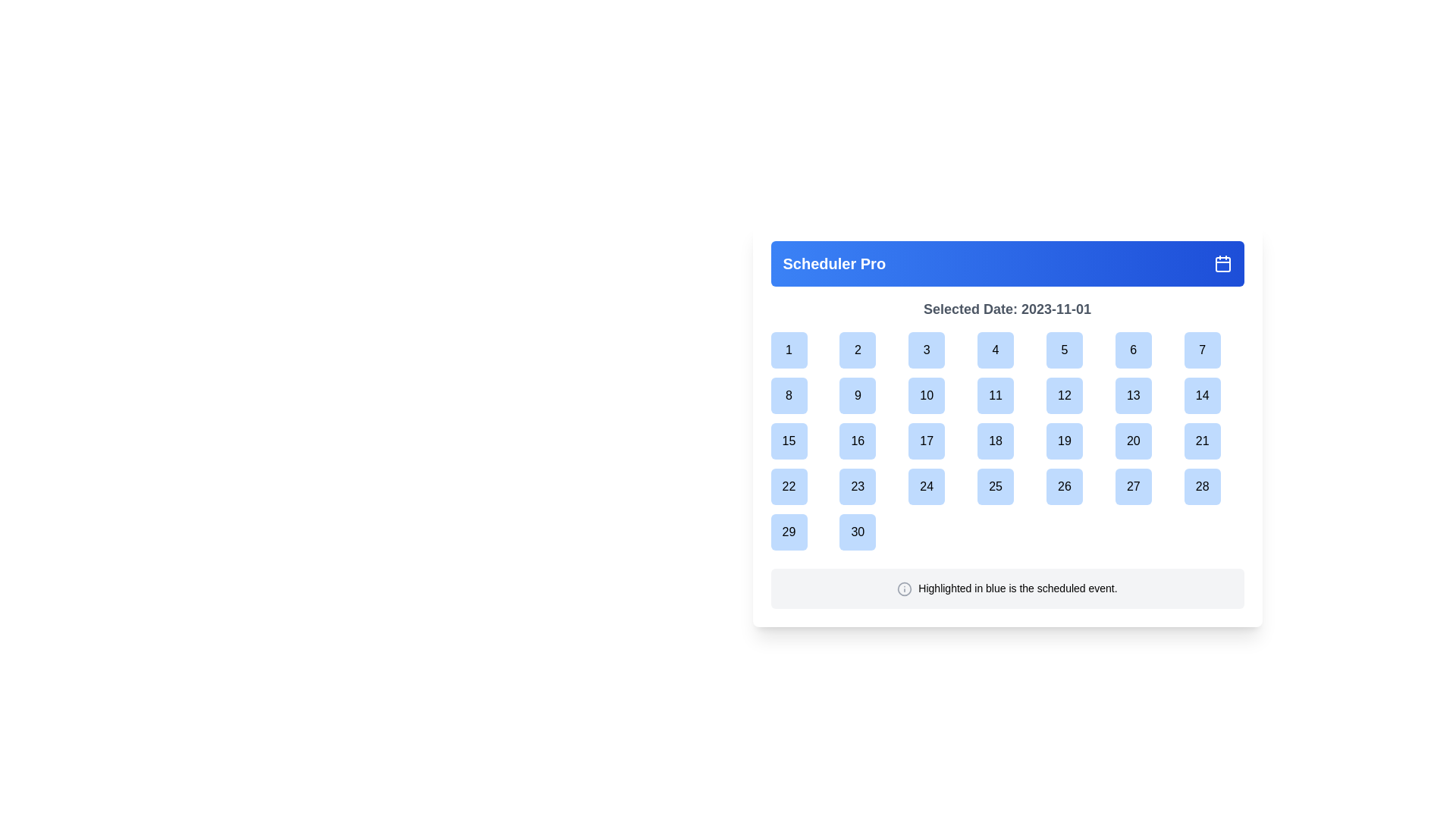 Image resolution: width=1456 pixels, height=819 pixels. Describe the element at coordinates (1007, 425) in the screenshot. I see `the button representing the date '18' in the calendar` at that location.